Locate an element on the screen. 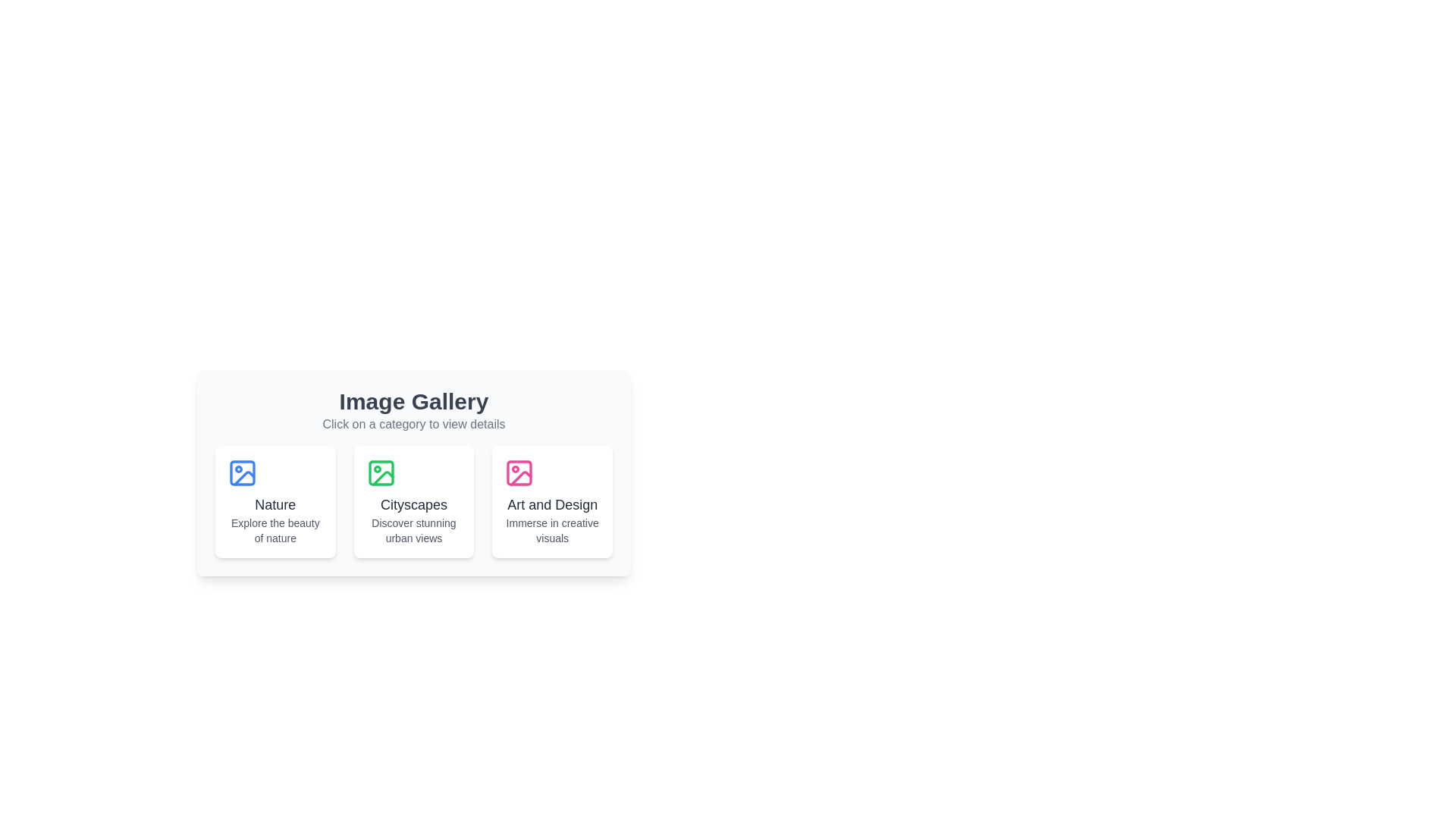 This screenshot has width=1456, height=819. the small decorative rectangle with rounded corners located within the leftmost icon representing the category 'Nature' is located at coordinates (243, 472).